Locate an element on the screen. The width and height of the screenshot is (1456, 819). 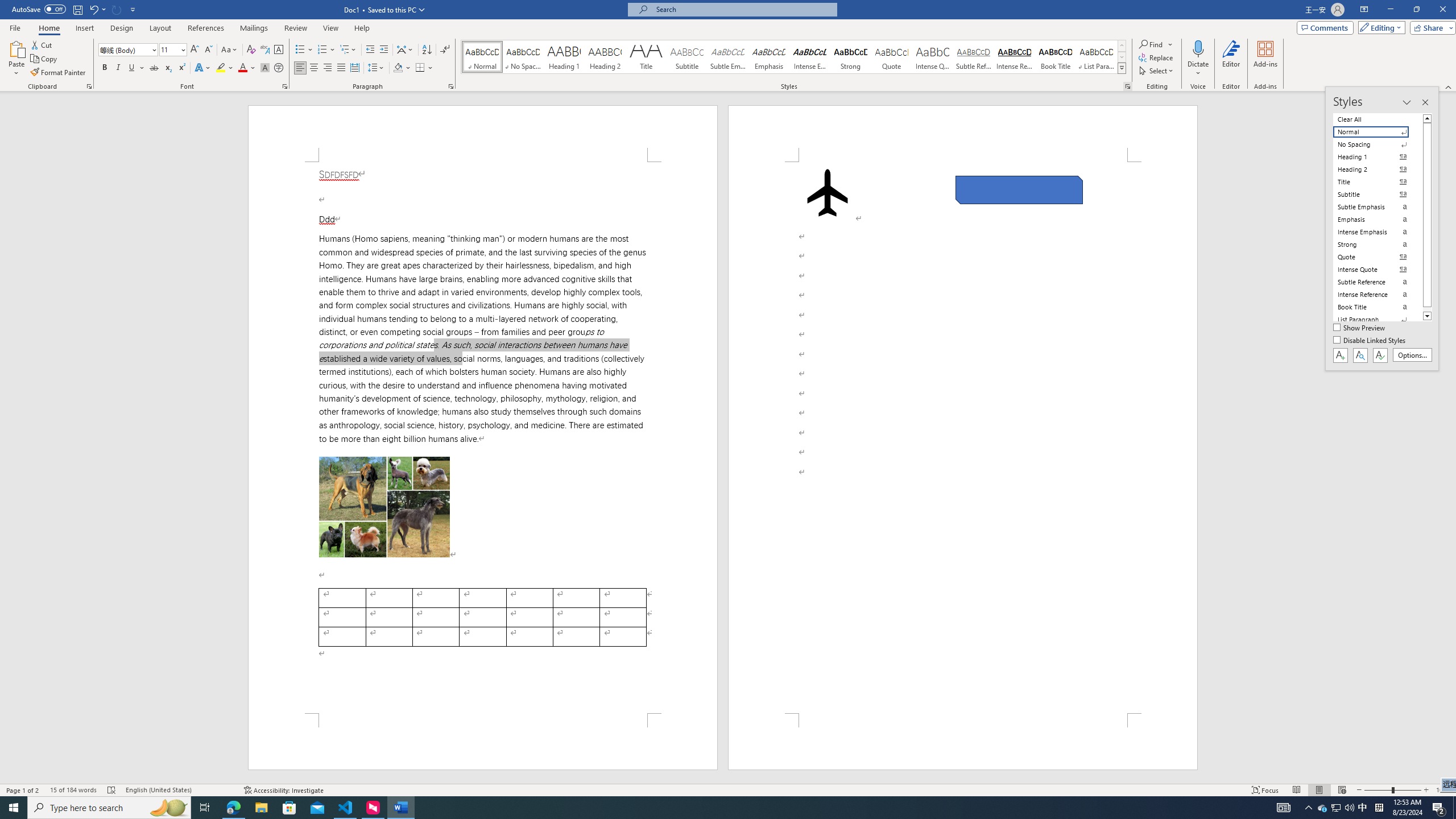
'Page 1 content' is located at coordinates (482, 437).